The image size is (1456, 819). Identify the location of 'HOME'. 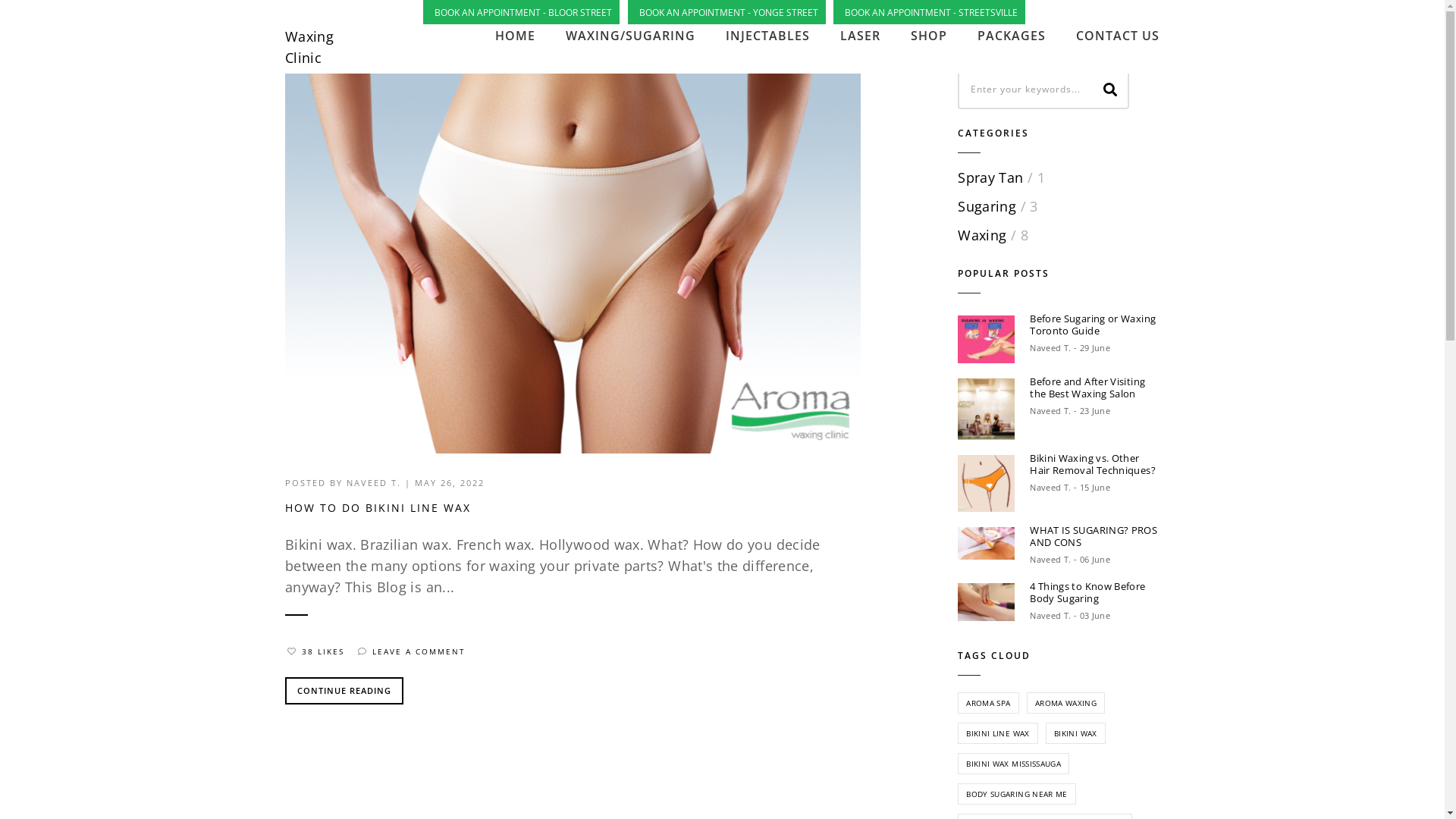
(515, 35).